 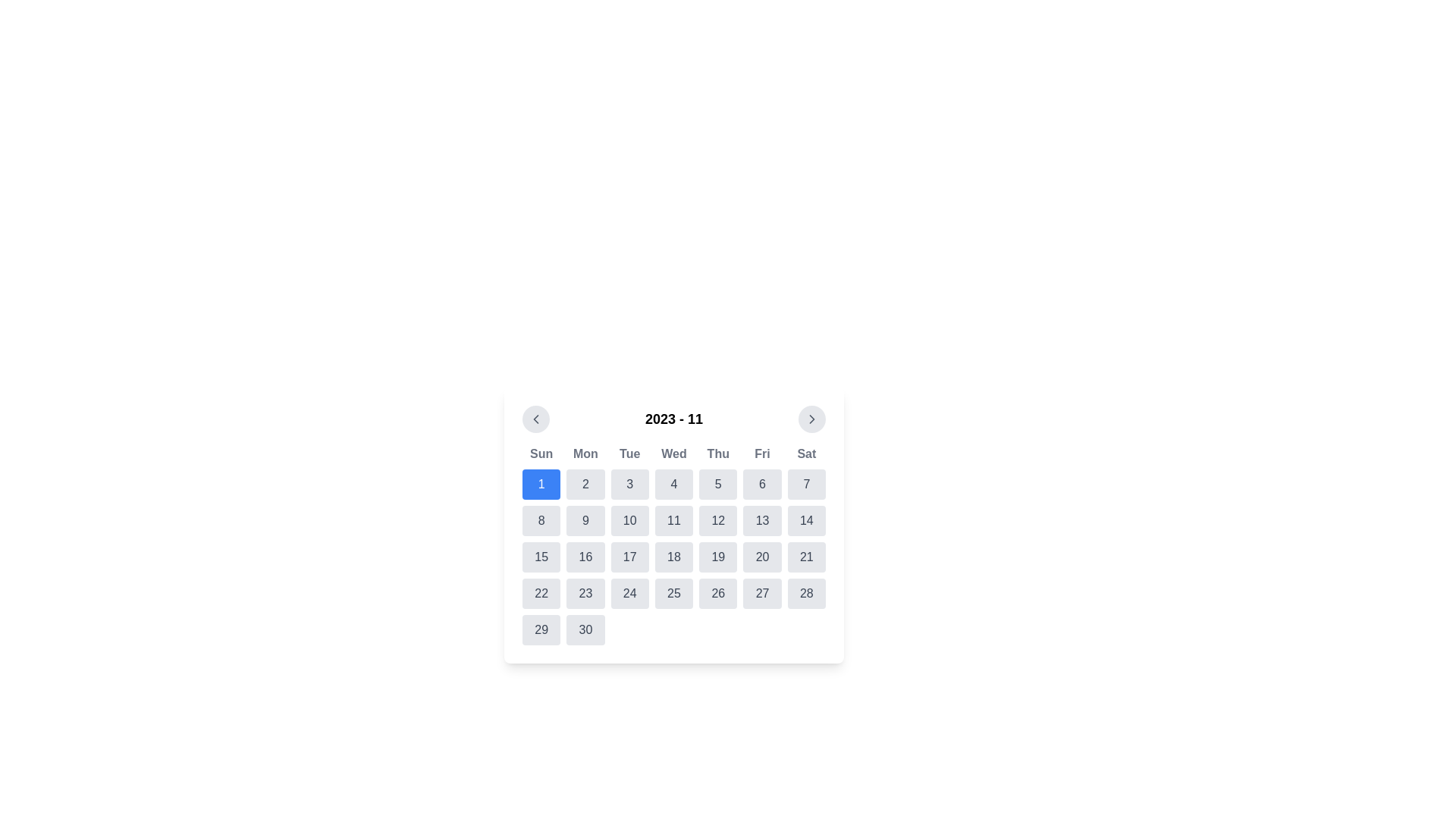 I want to click on the Chevron icon in the top-right corner of the calendar interface for visual feedback, so click(x=811, y=419).